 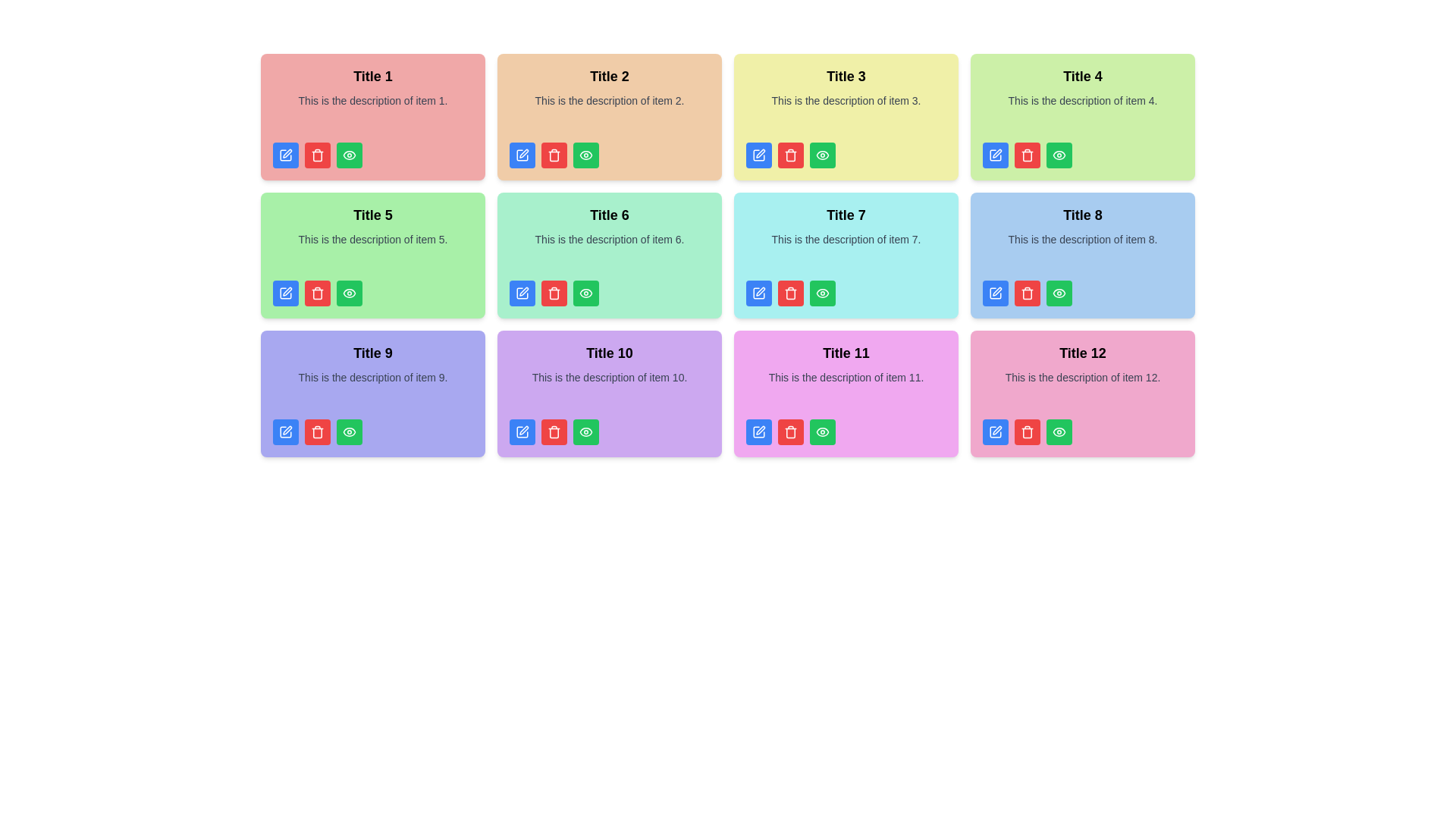 What do you see at coordinates (1027, 155) in the screenshot?
I see `the delete icon located within the red button on the card titled 'Title 4', which is positioned at the bottom of the card, between a blue button and a green button` at bounding box center [1027, 155].